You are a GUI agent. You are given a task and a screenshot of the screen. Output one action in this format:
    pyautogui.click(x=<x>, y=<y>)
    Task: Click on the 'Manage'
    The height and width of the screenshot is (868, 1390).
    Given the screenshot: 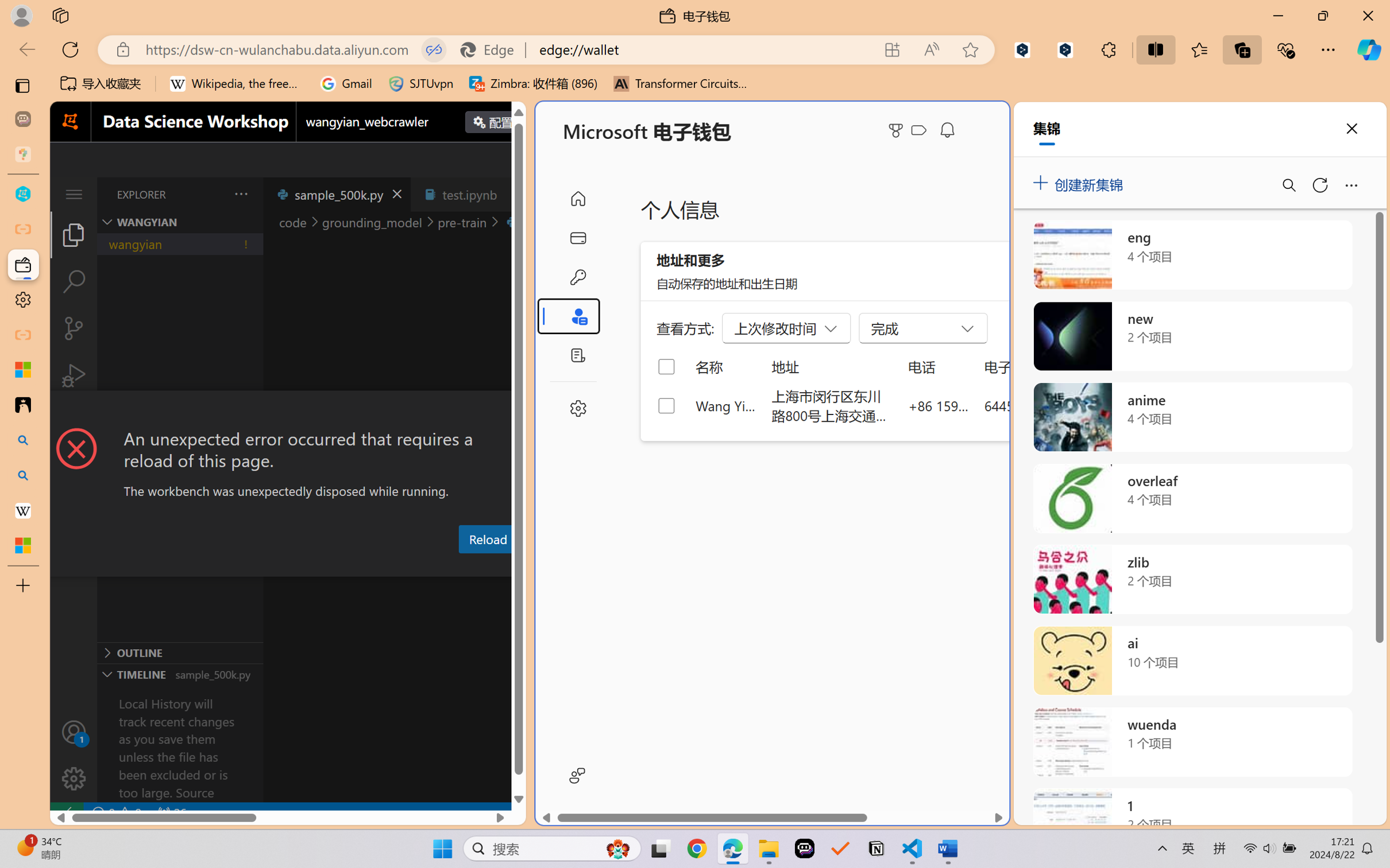 What is the action you would take?
    pyautogui.click(x=73, y=778)
    